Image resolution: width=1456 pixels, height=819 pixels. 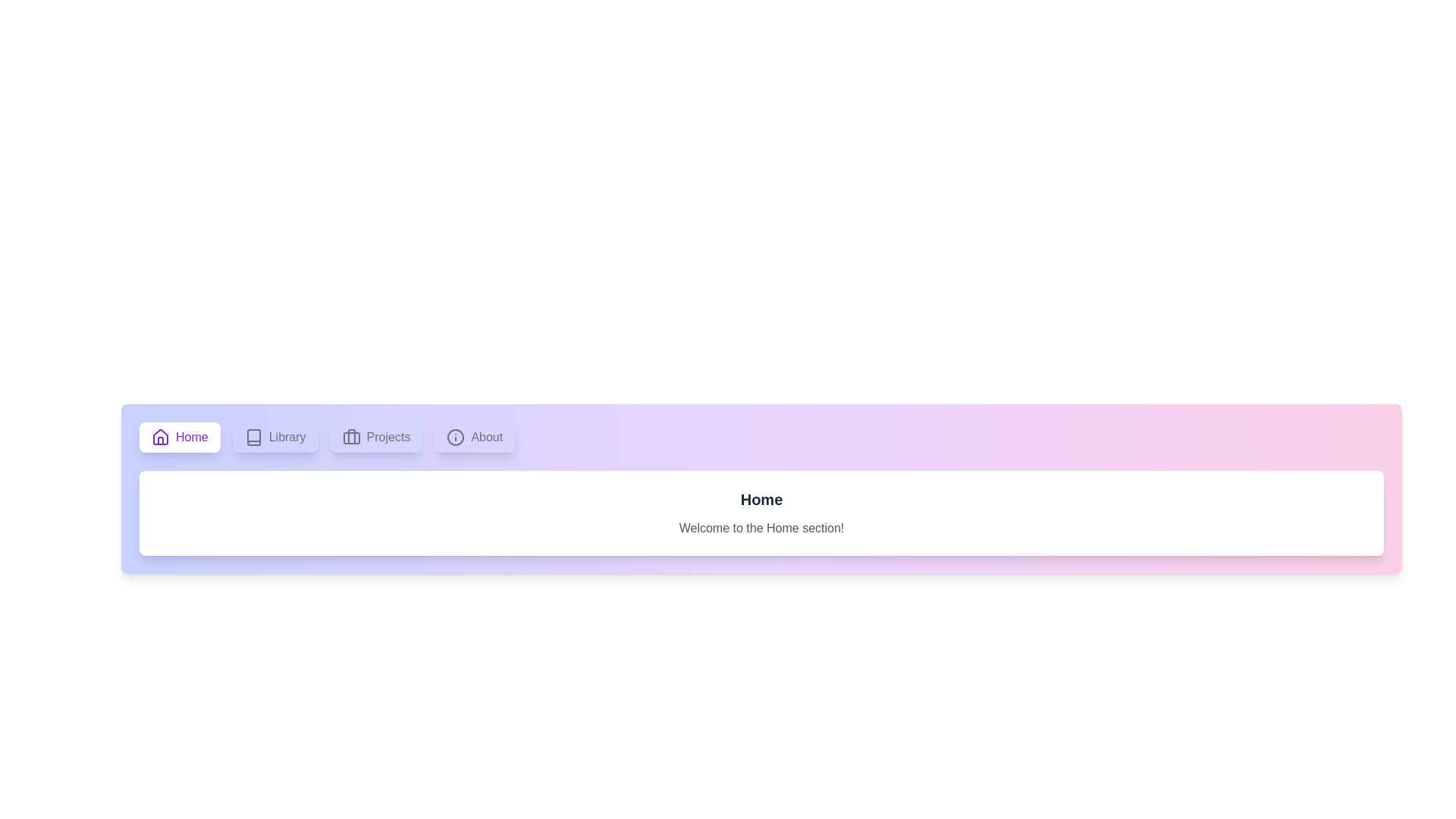 I want to click on the tab labeled About, so click(x=473, y=438).